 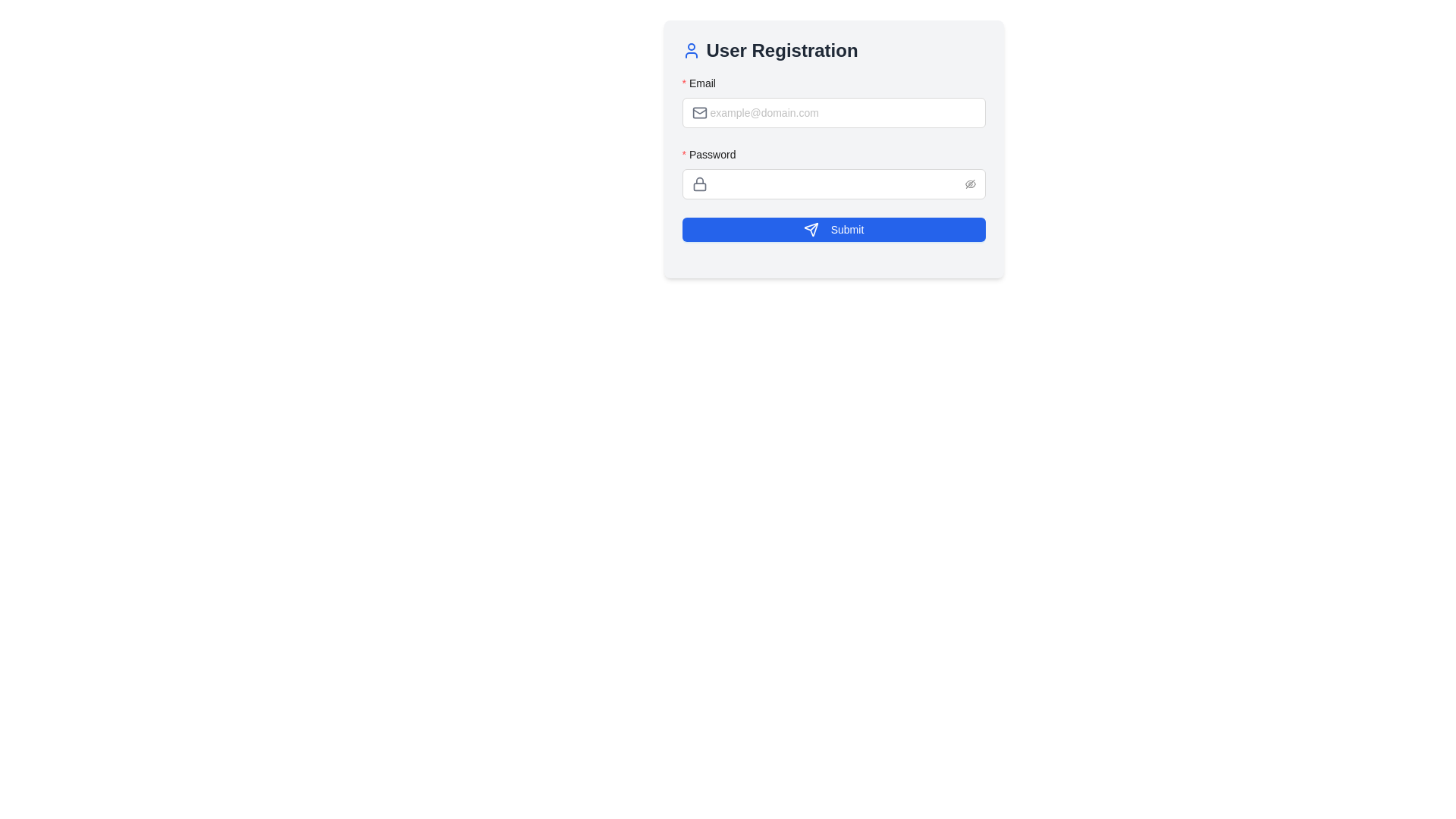 What do you see at coordinates (698, 112) in the screenshot?
I see `the Decorative SVG rectangle within the envelope icon located near the email input field labeled 'Email'` at bounding box center [698, 112].